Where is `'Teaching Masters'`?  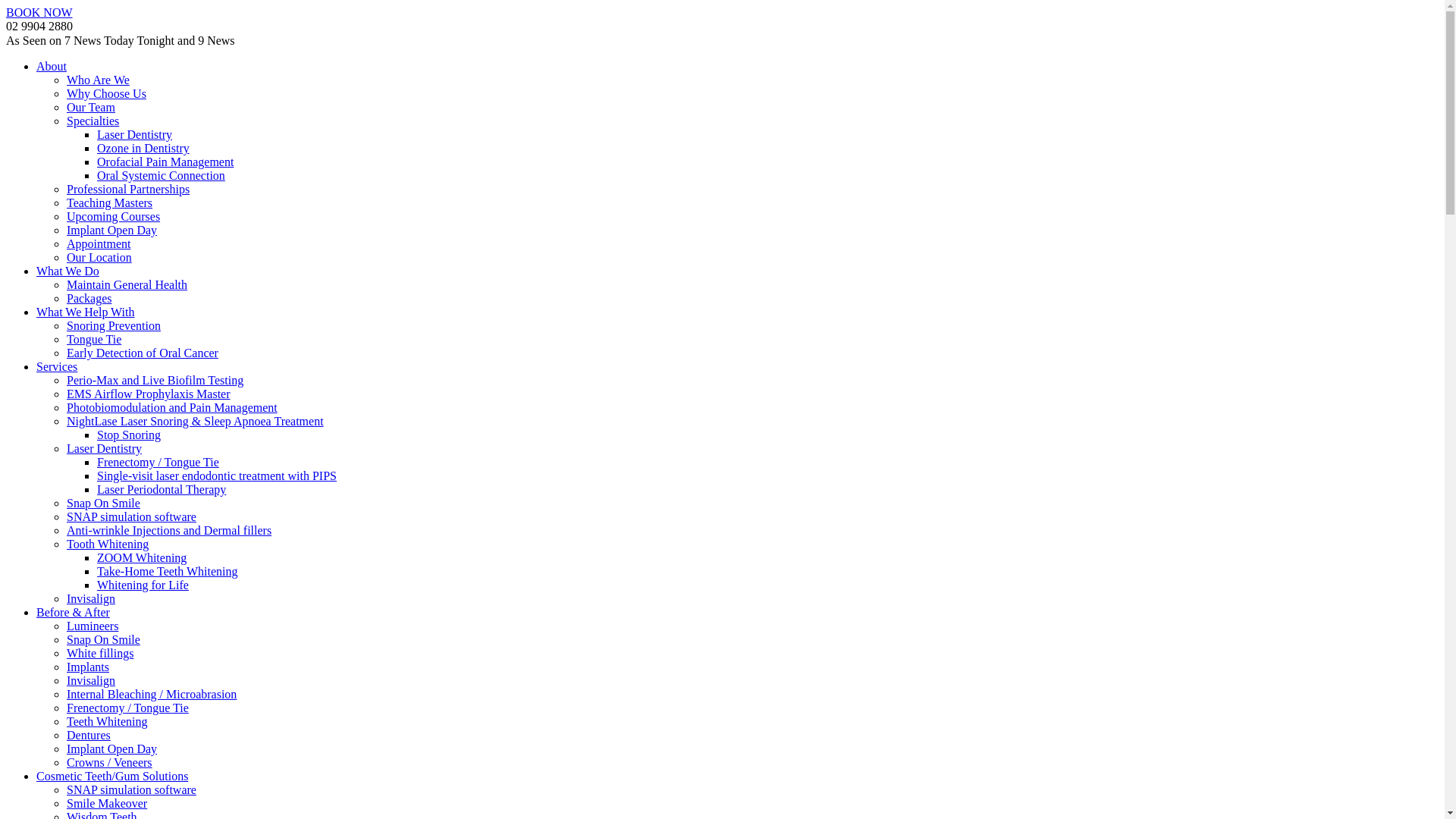 'Teaching Masters' is located at coordinates (108, 202).